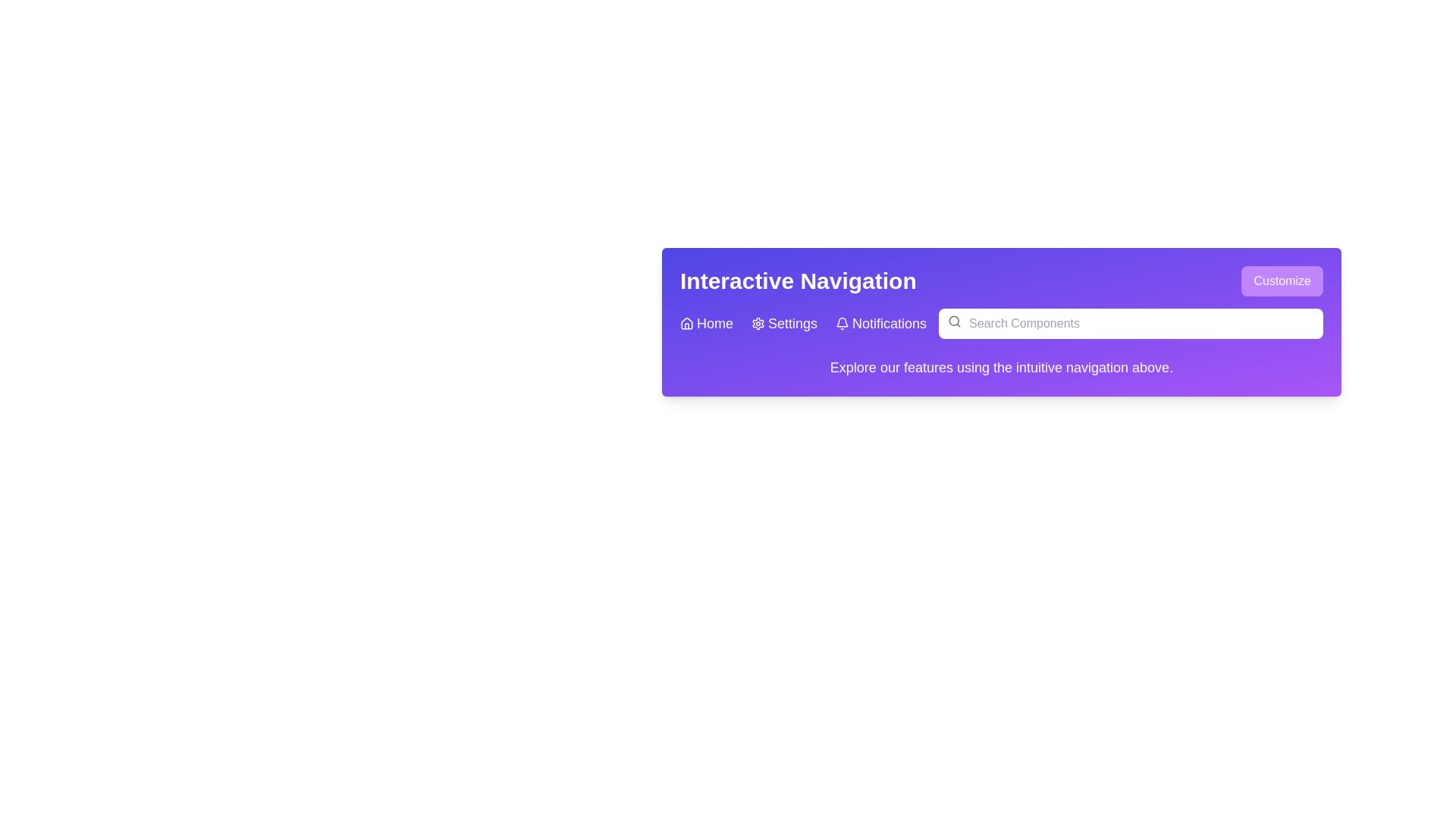  Describe the element at coordinates (842, 323) in the screenshot. I see `the bell-shaped notification icon located in the Notifications section of the navigation bar` at that location.